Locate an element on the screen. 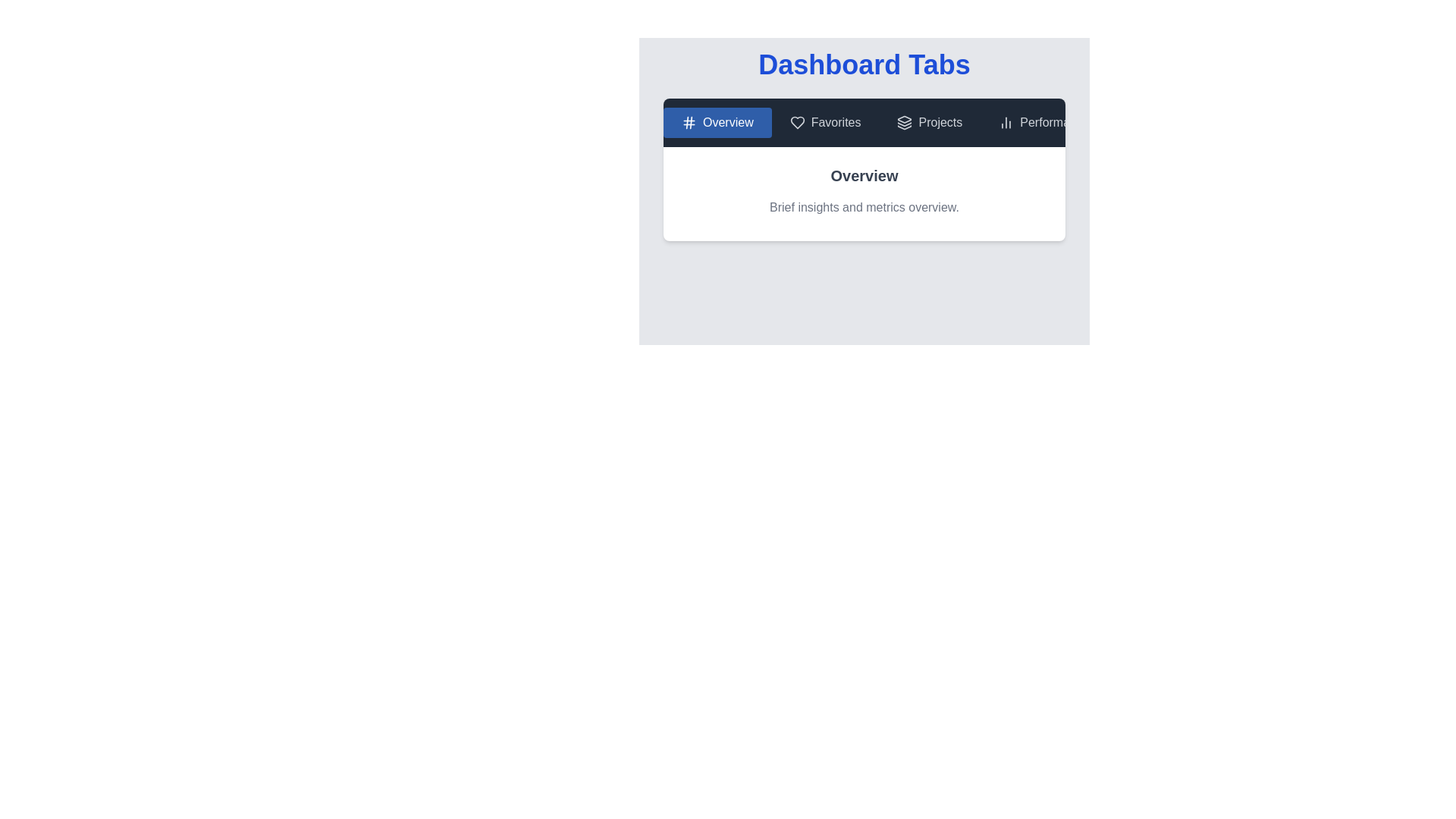 The width and height of the screenshot is (1456, 819). the tab labeled Overview by clicking on its button is located at coordinates (717, 122).